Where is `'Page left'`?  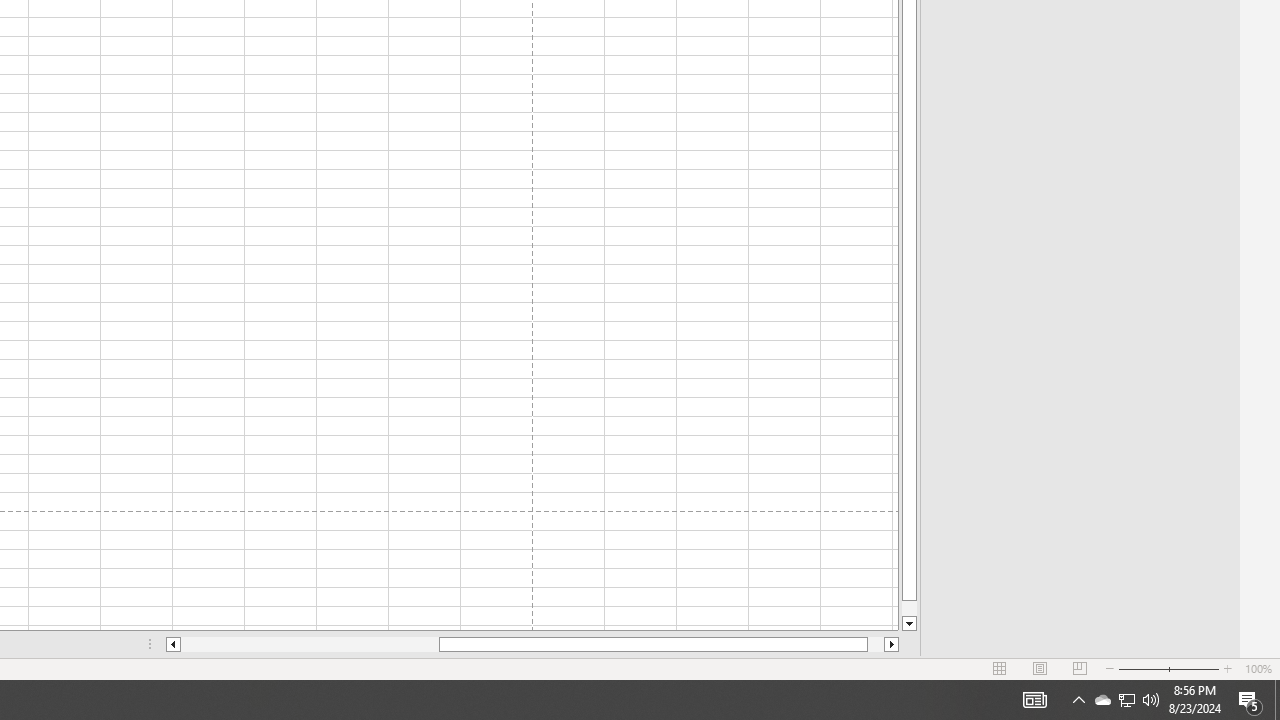 'Page left' is located at coordinates (308, 644).